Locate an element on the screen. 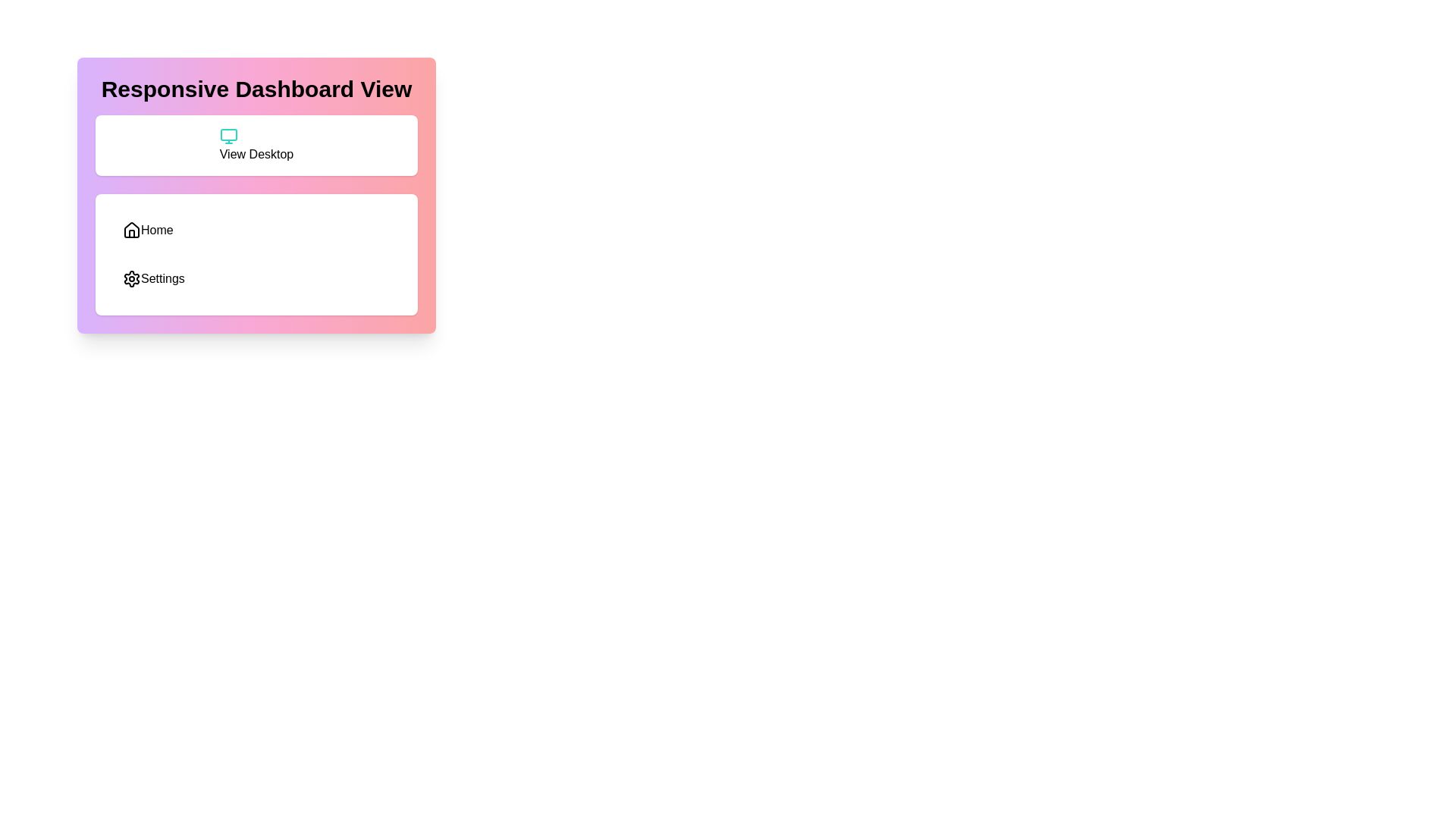 Image resolution: width=1456 pixels, height=819 pixels. the navigational menu item labeled 'Home', which is positioned on the left side of the second section of the menu, aligned horizontally with a house icon is located at coordinates (157, 231).